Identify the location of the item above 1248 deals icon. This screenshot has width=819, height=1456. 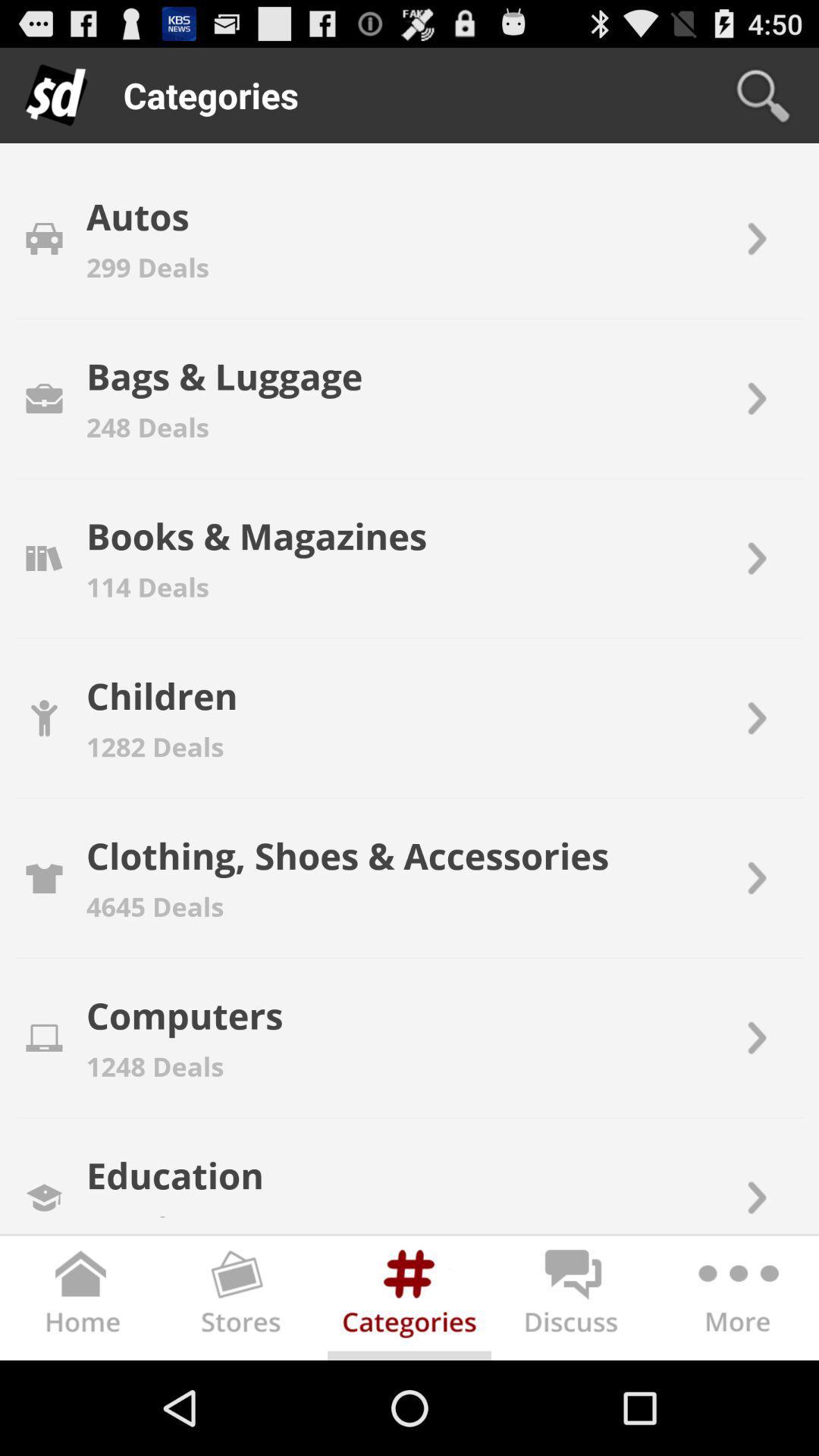
(184, 1015).